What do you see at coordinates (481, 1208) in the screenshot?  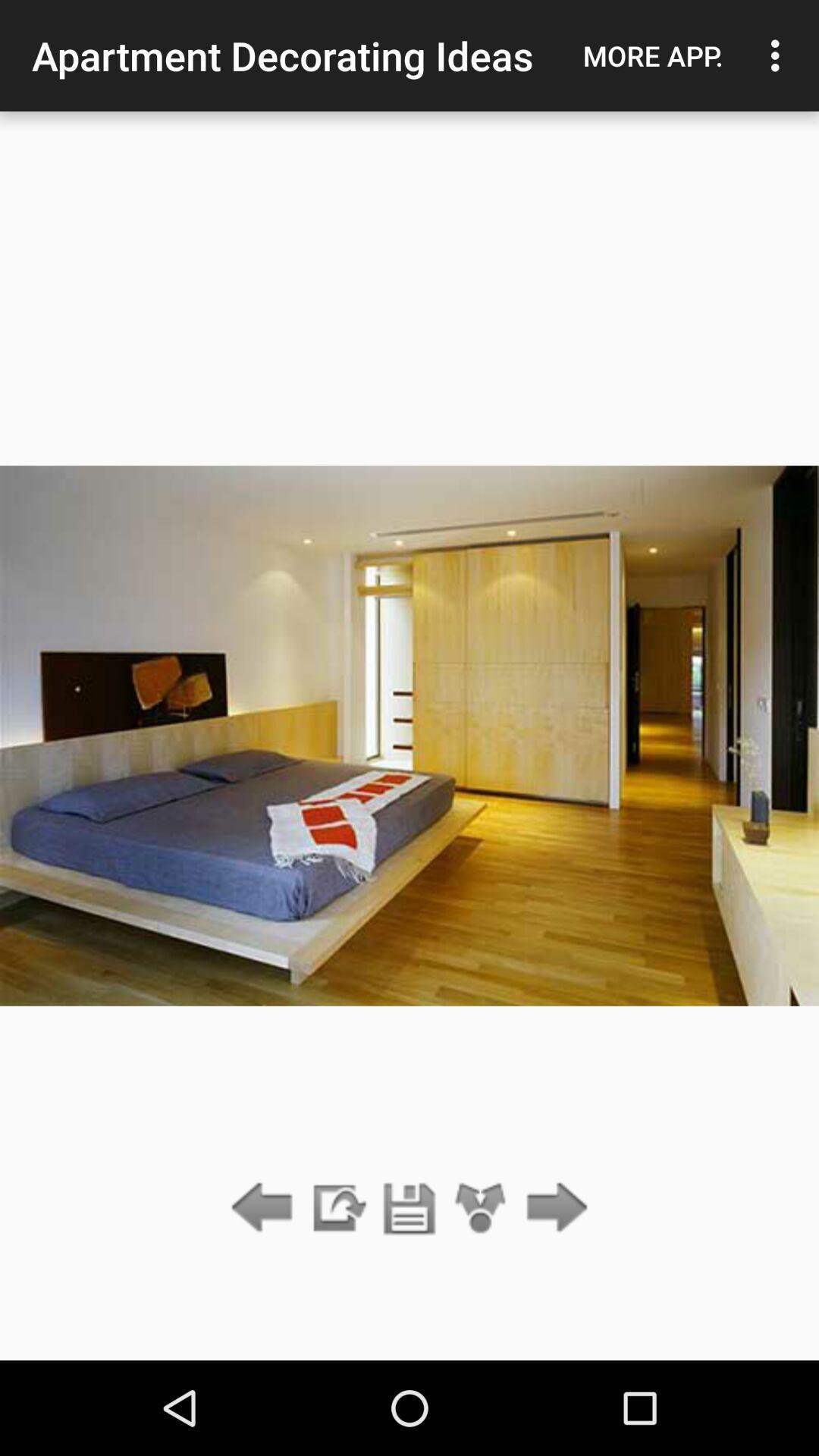 I see `the share icon` at bounding box center [481, 1208].